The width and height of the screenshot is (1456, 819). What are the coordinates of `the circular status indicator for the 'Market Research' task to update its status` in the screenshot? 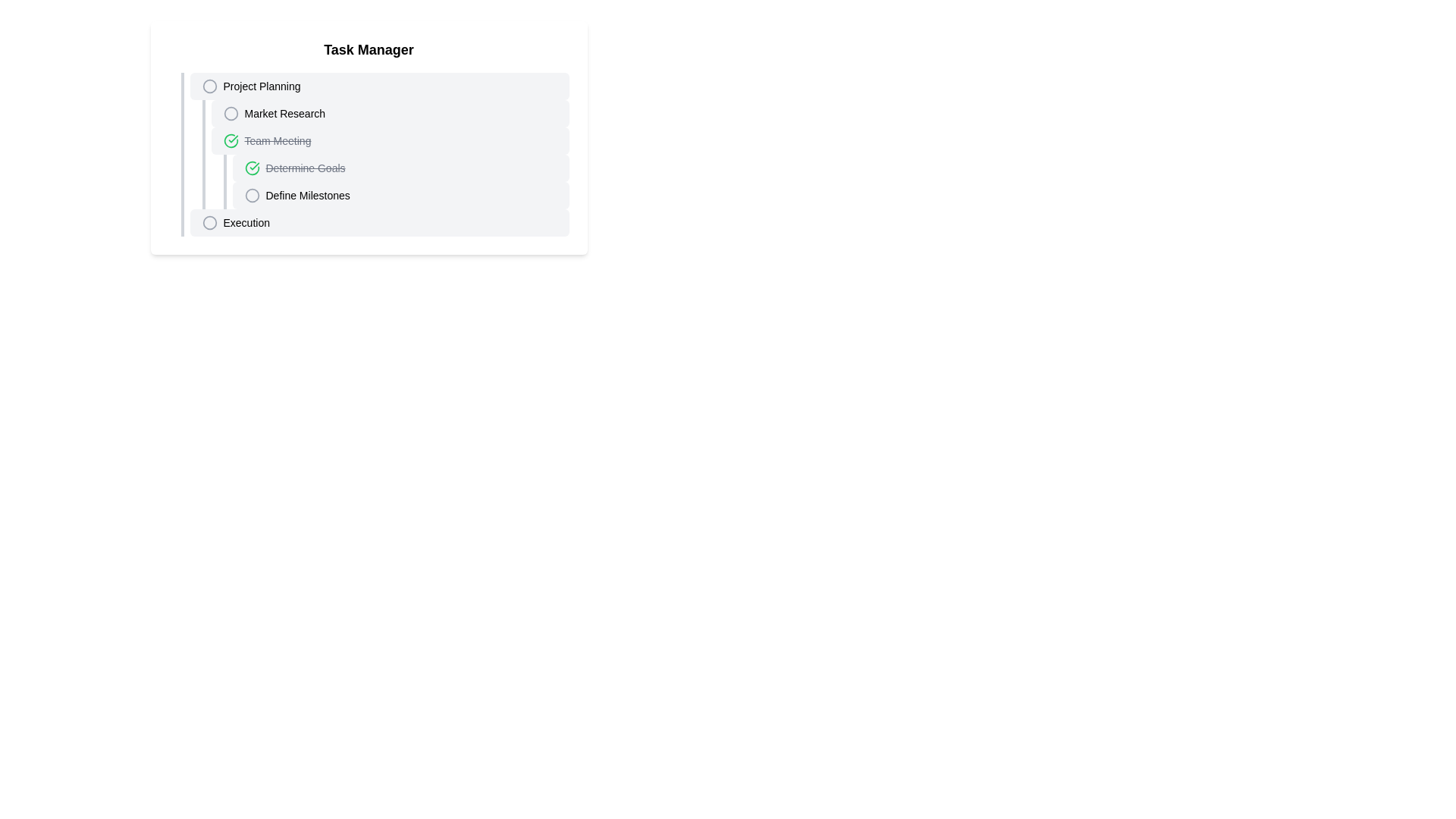 It's located at (230, 113).